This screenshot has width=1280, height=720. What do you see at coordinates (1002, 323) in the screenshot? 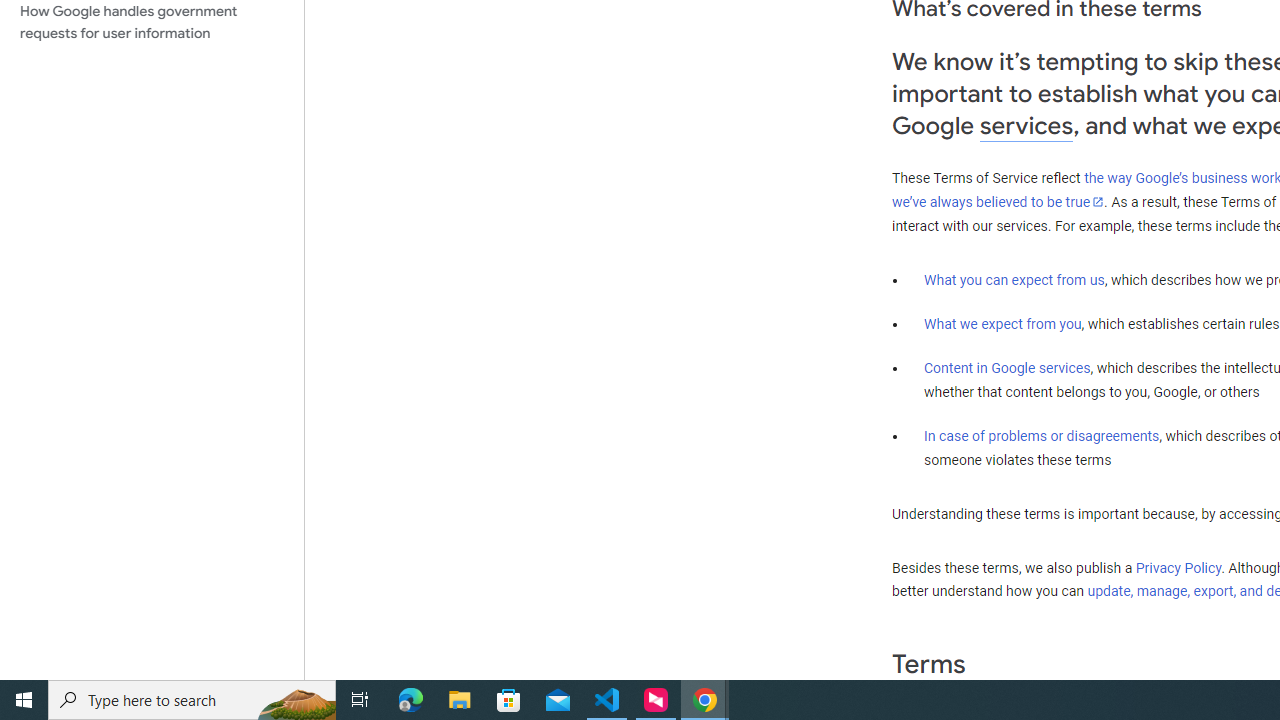
I see `'What we expect from you'` at bounding box center [1002, 323].